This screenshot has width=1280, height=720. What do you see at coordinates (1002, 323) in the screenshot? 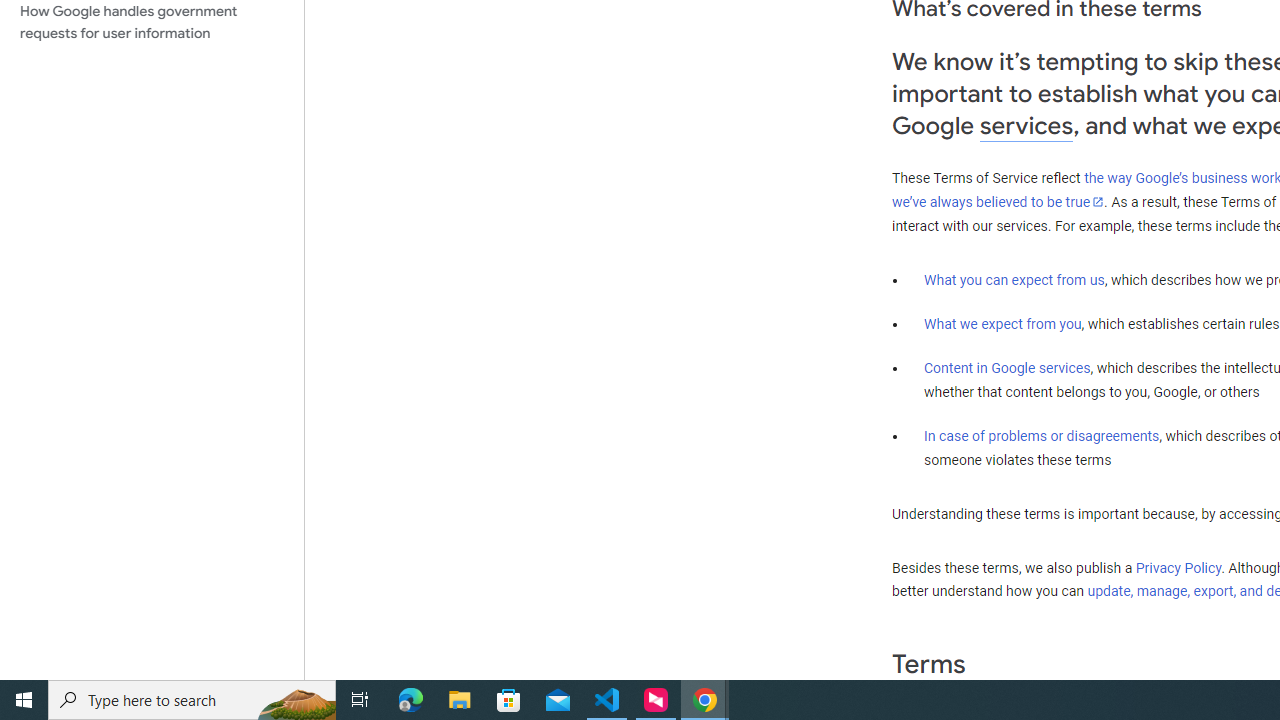
I see `'What we expect from you'` at bounding box center [1002, 323].